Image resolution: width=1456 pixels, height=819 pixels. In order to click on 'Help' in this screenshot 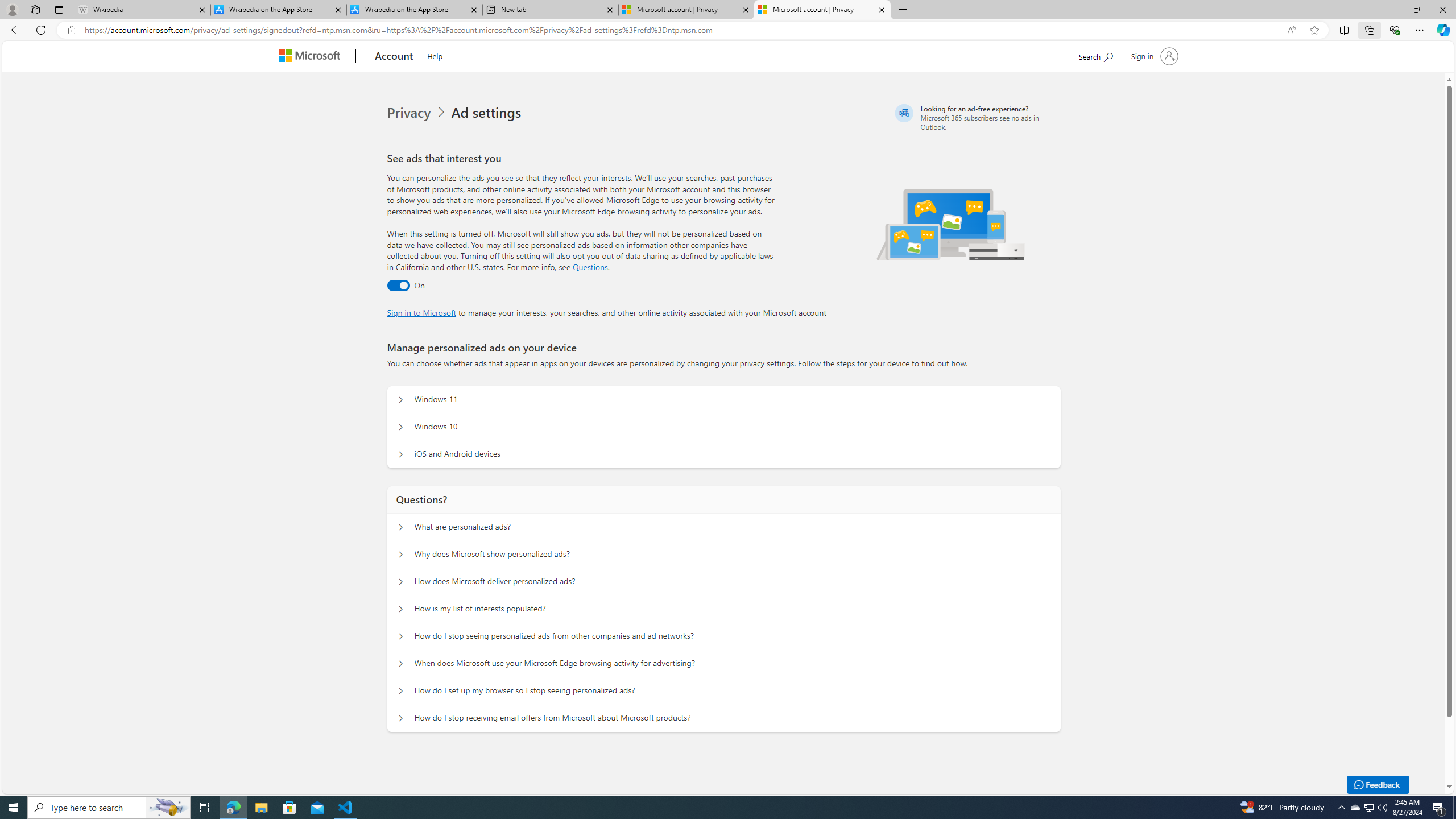, I will do `click(435, 55)`.